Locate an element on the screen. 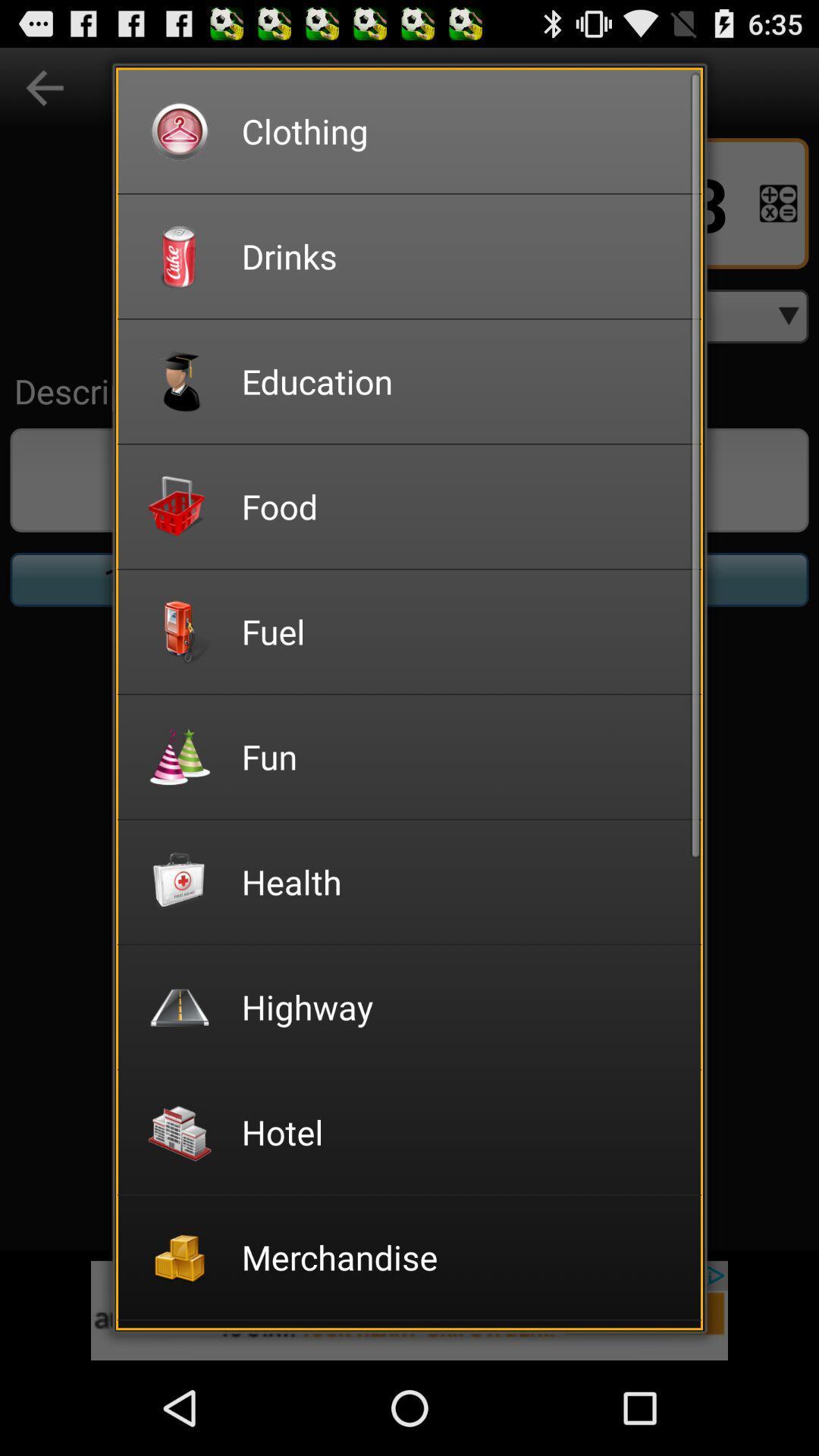  icon below drinks item is located at coordinates (460, 381).